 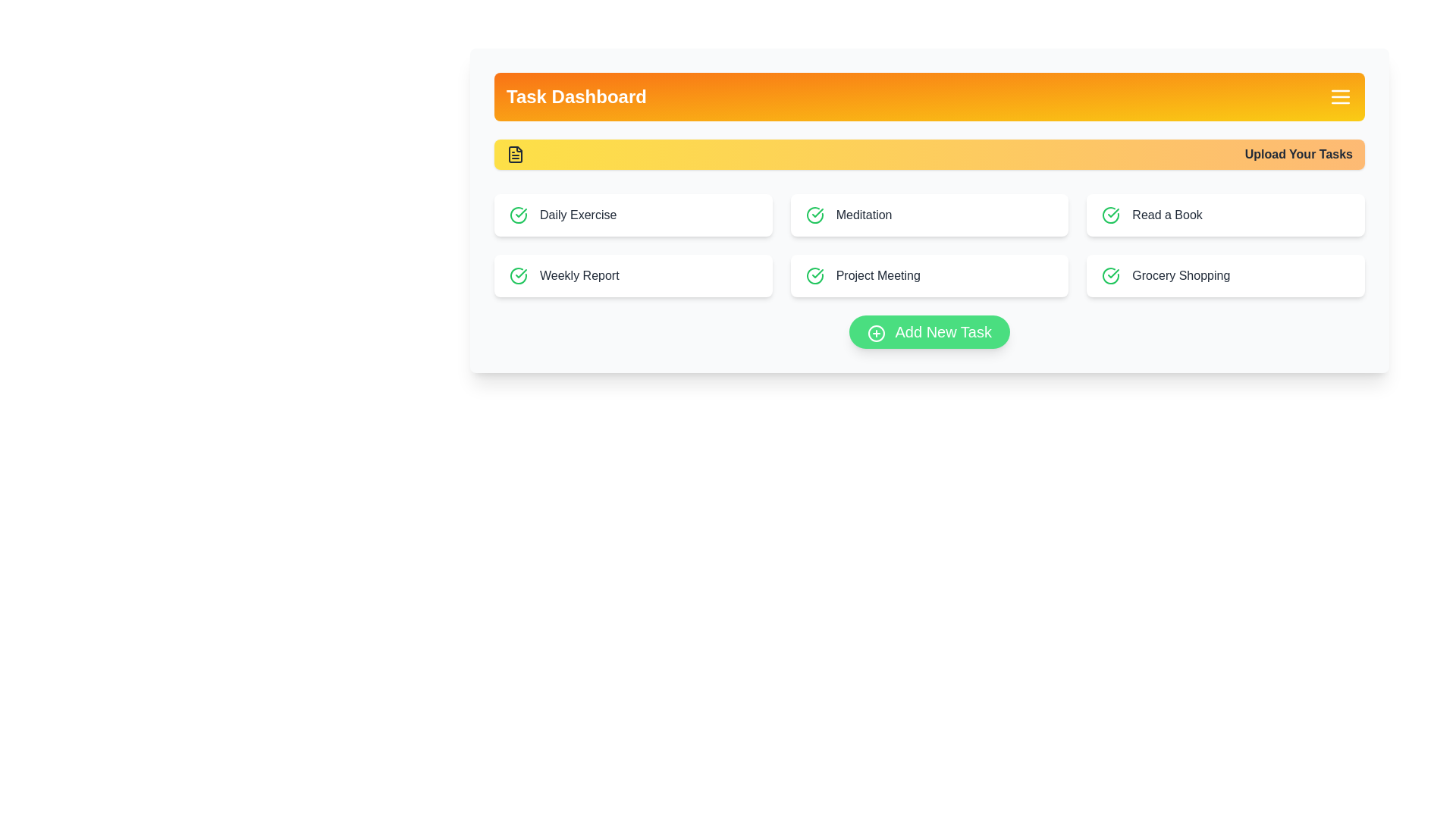 What do you see at coordinates (928, 215) in the screenshot?
I see `the task 'Meditation' from the task list` at bounding box center [928, 215].